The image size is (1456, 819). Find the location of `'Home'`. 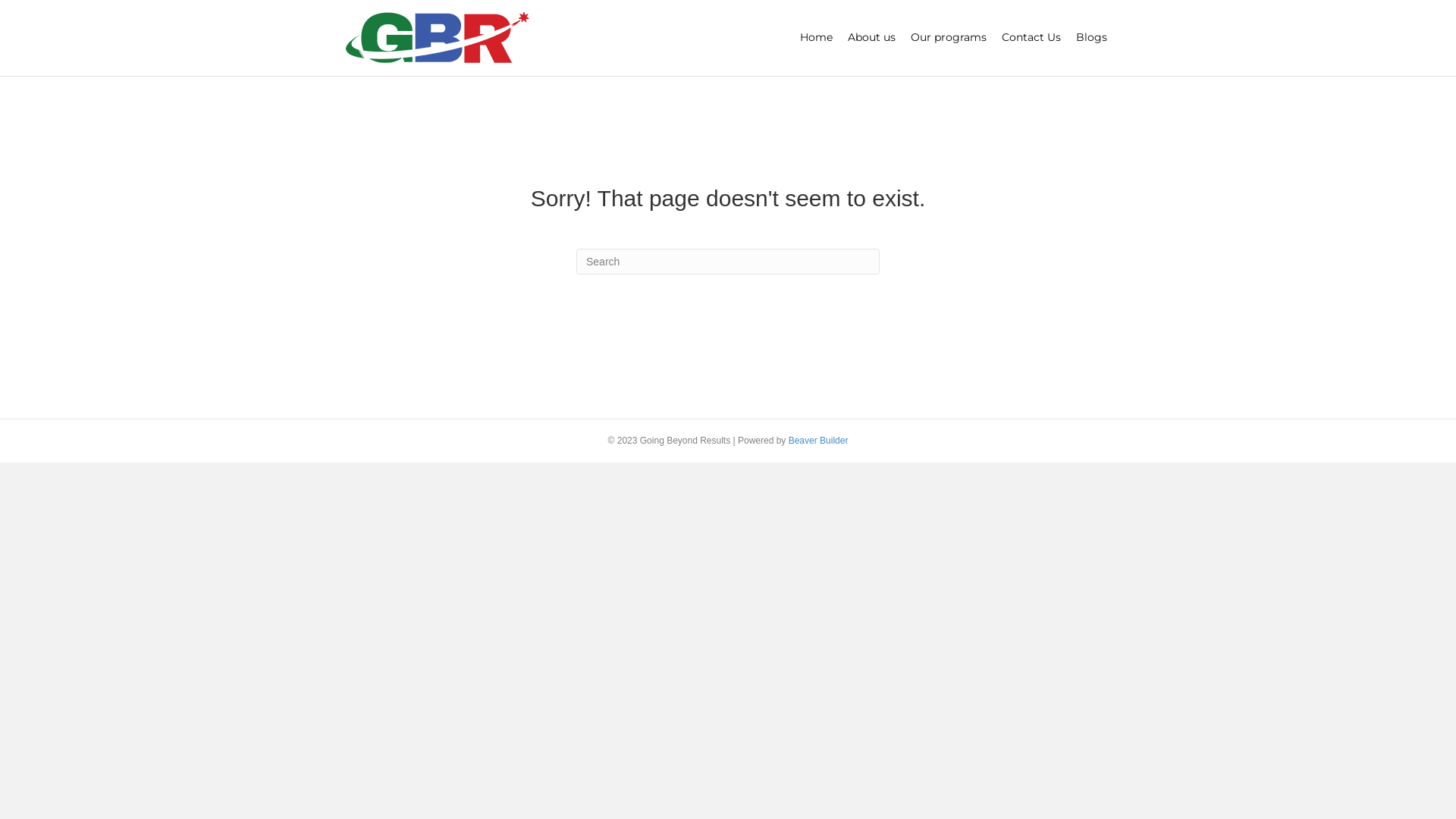

'Home' is located at coordinates (792, 37).